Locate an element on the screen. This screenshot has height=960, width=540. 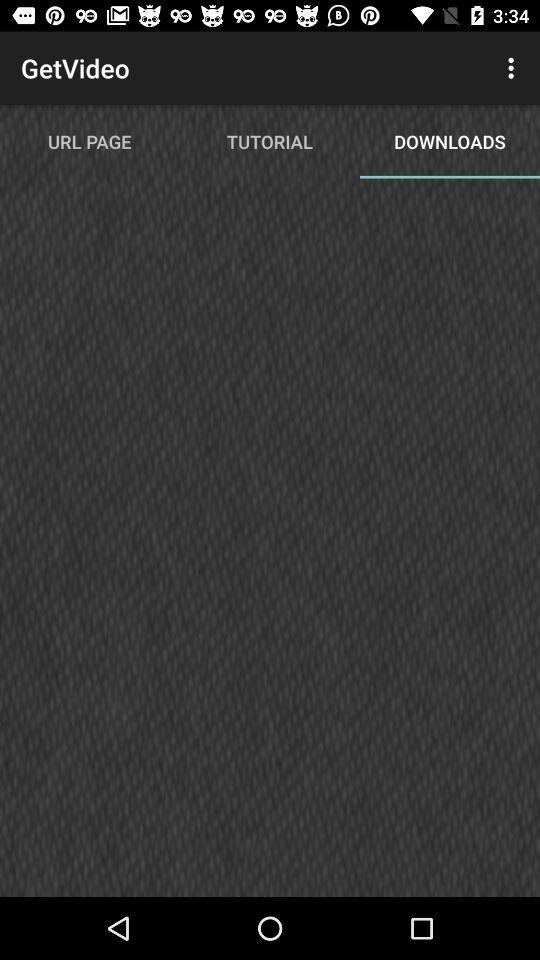
the item below url page is located at coordinates (270, 546).